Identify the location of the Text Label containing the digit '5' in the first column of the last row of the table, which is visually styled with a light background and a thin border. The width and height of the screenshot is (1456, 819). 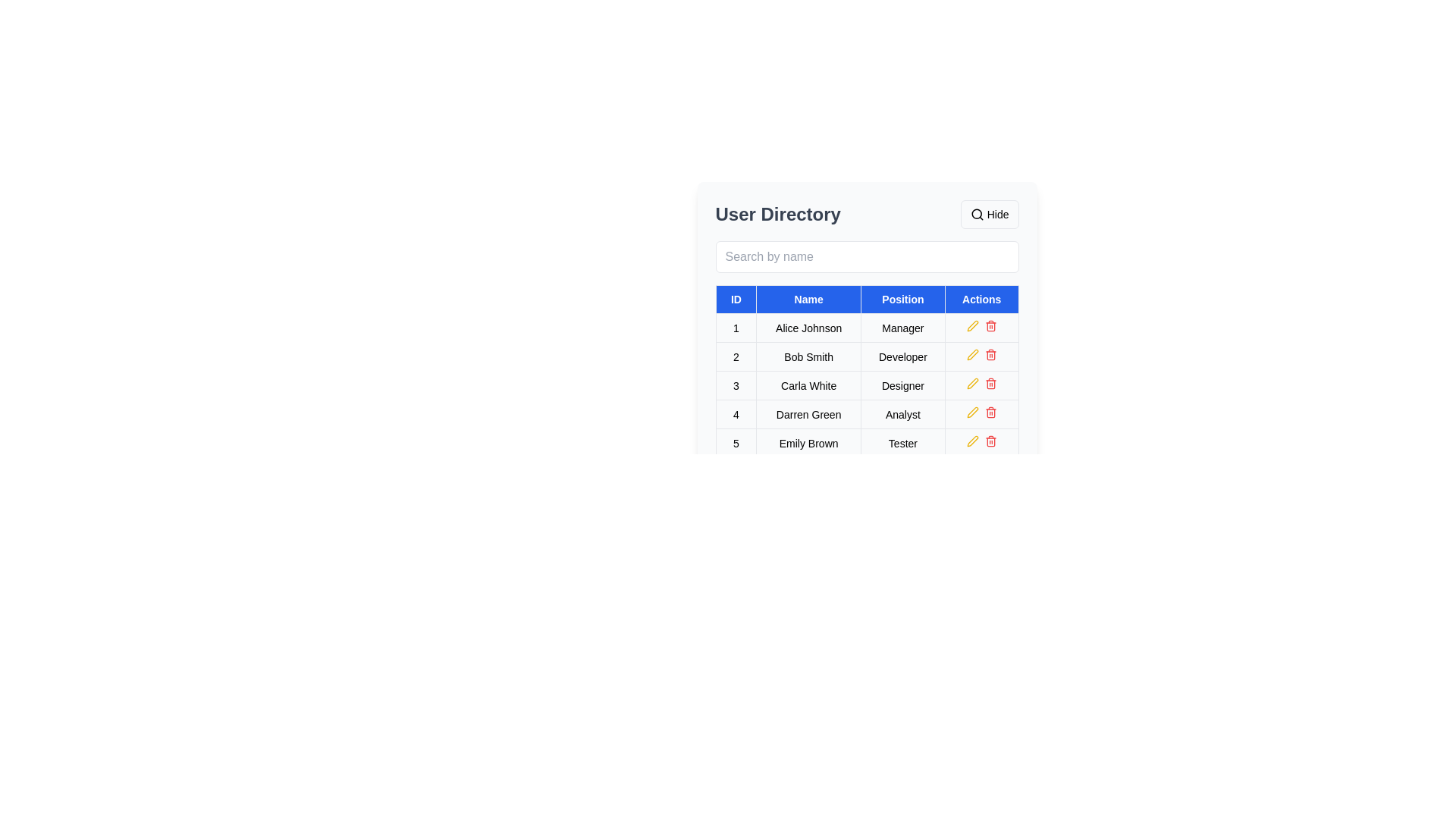
(736, 443).